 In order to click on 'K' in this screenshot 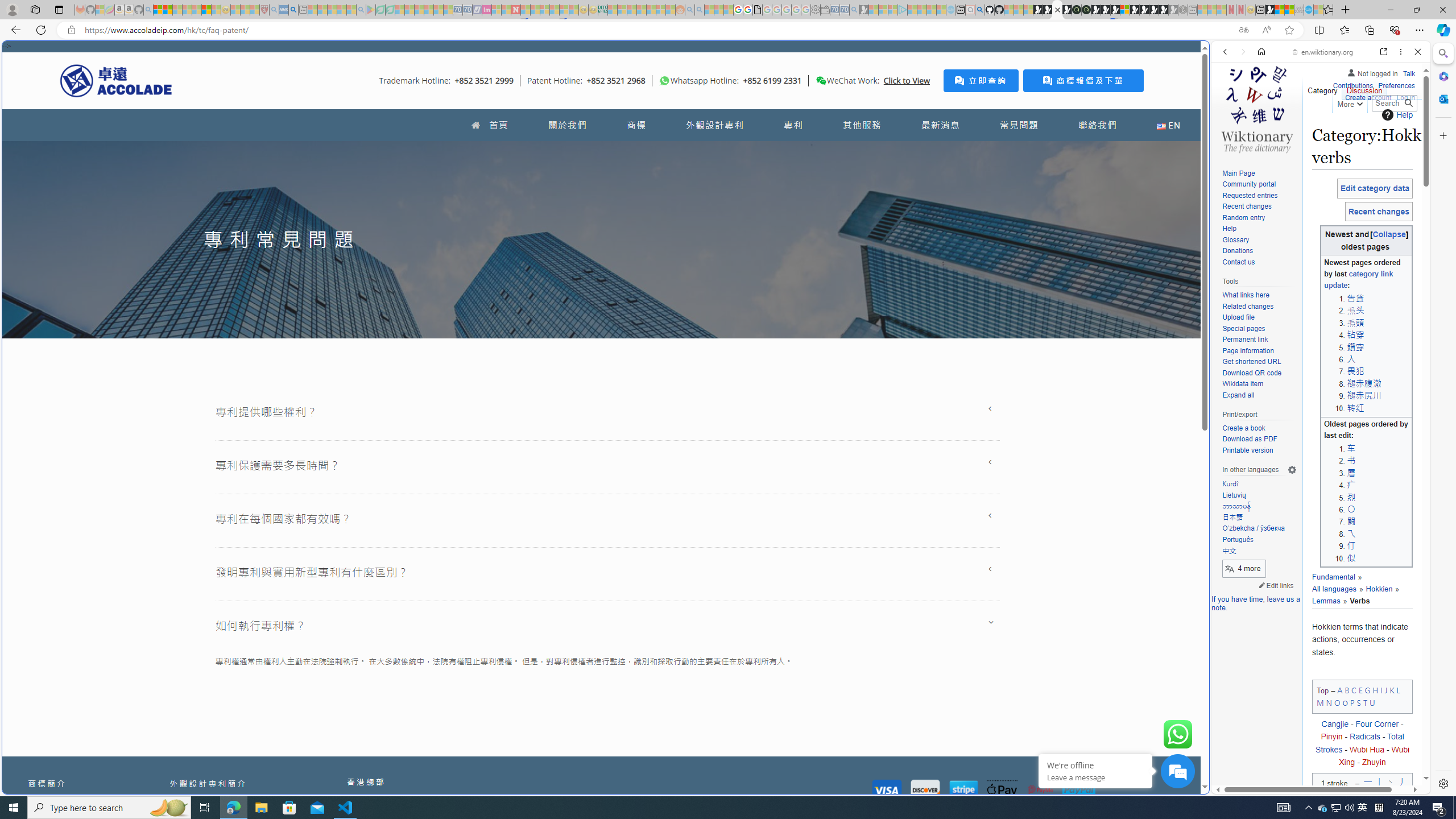, I will do `click(1391, 690)`.